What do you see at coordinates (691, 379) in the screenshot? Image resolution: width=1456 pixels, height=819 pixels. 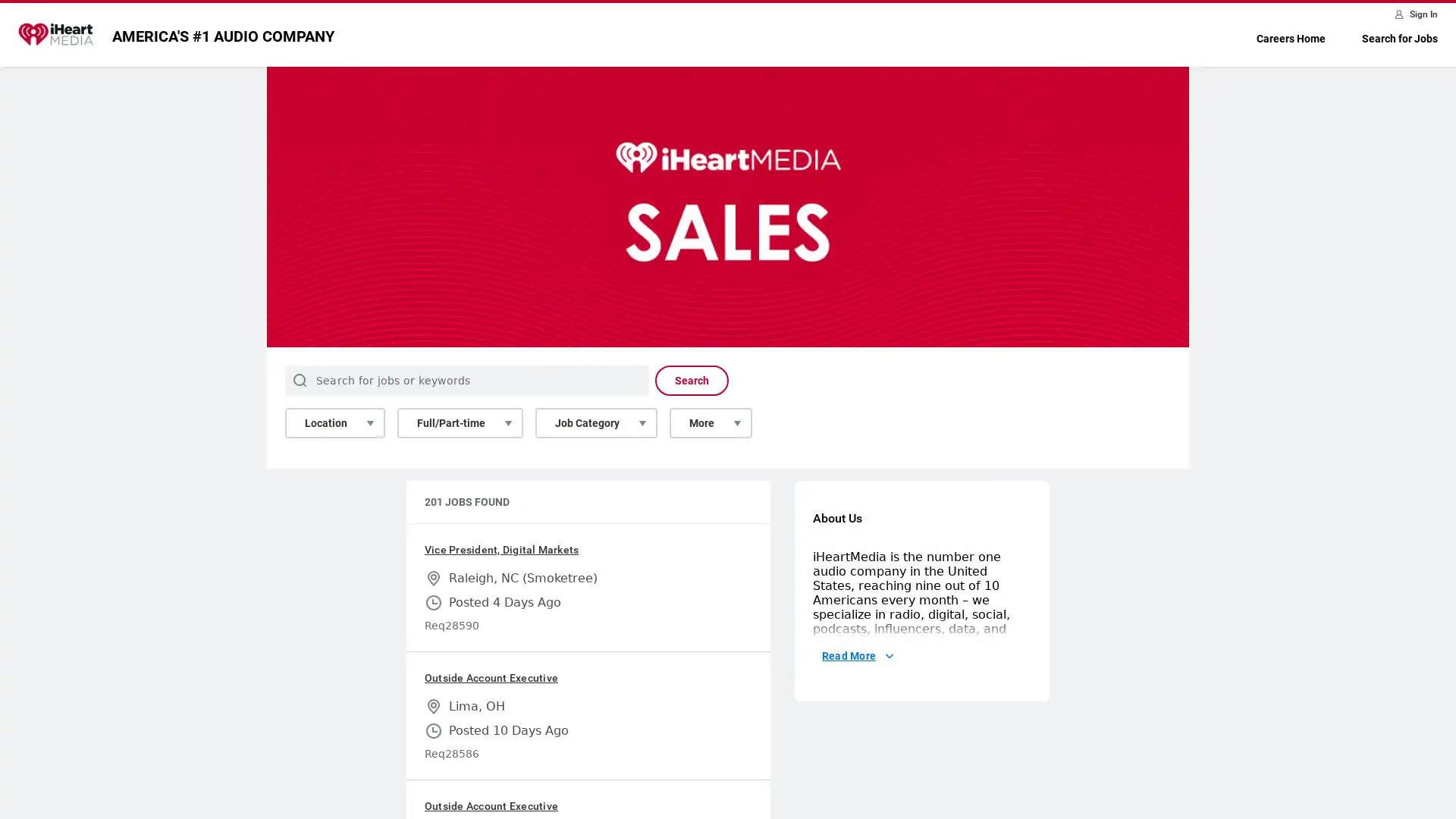 I see `Search` at bounding box center [691, 379].